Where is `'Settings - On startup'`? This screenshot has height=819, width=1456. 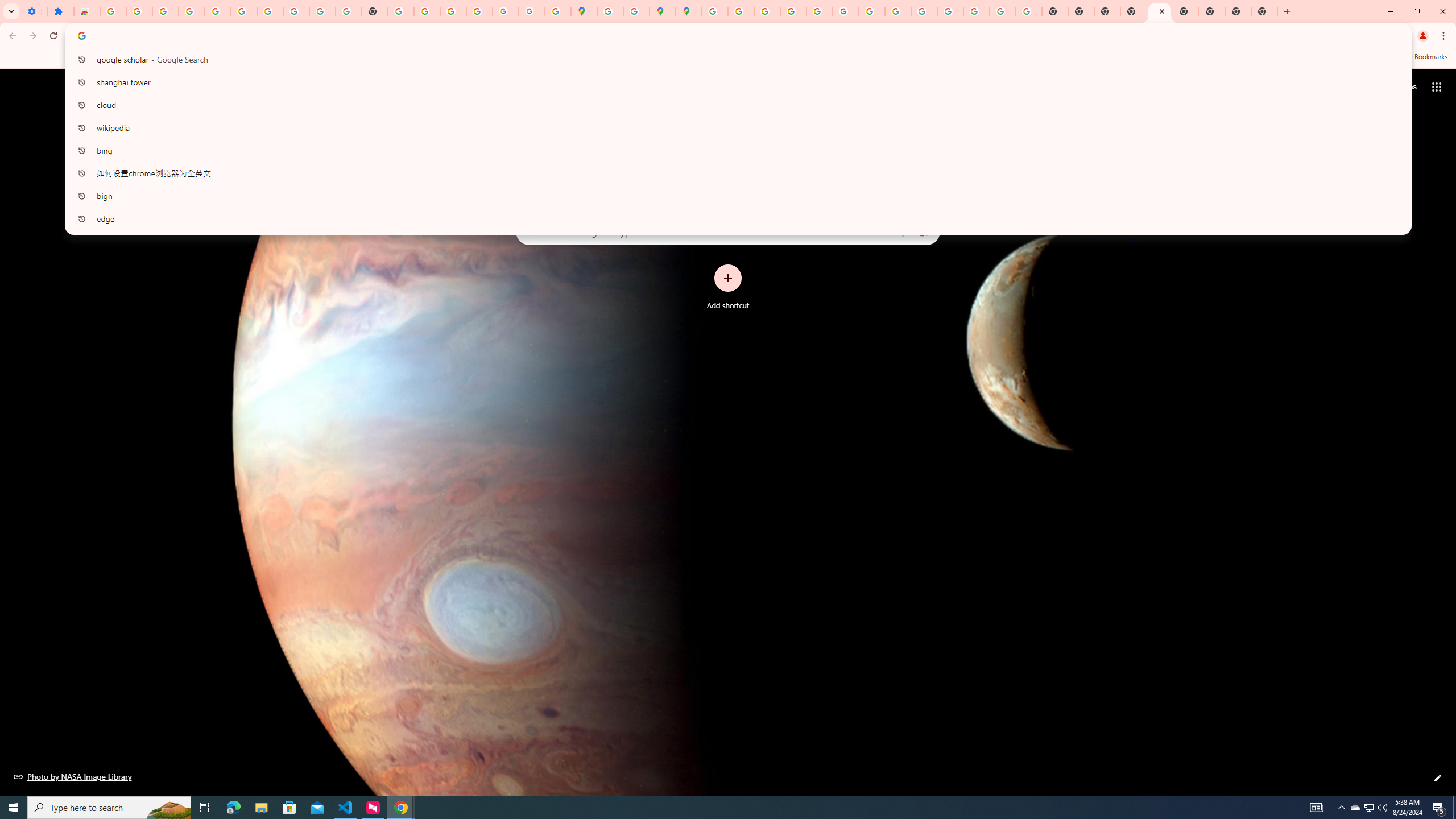 'Settings - On startup' is located at coordinates (34, 11).